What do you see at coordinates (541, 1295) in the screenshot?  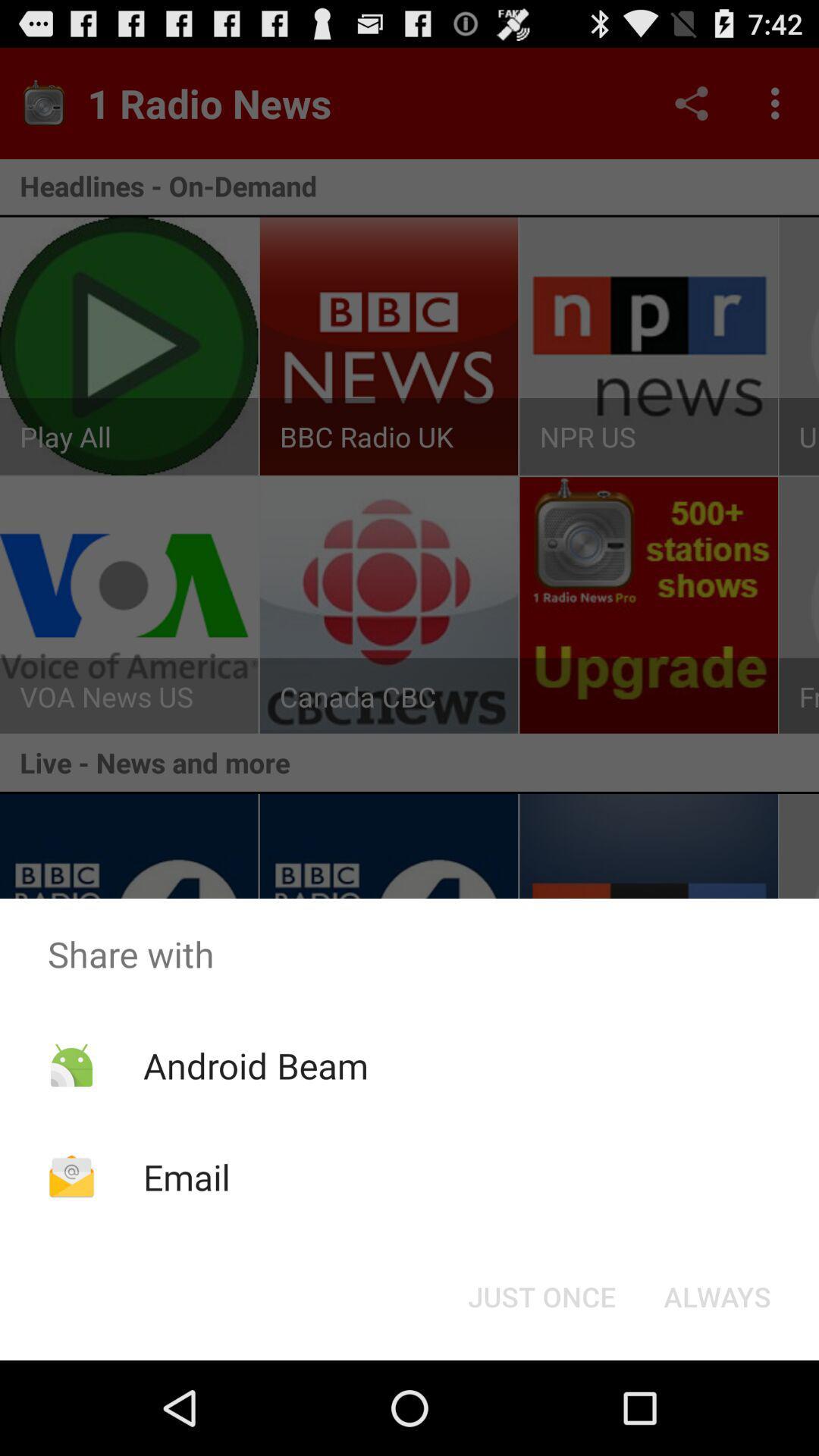 I see `the icon at the bottom` at bounding box center [541, 1295].